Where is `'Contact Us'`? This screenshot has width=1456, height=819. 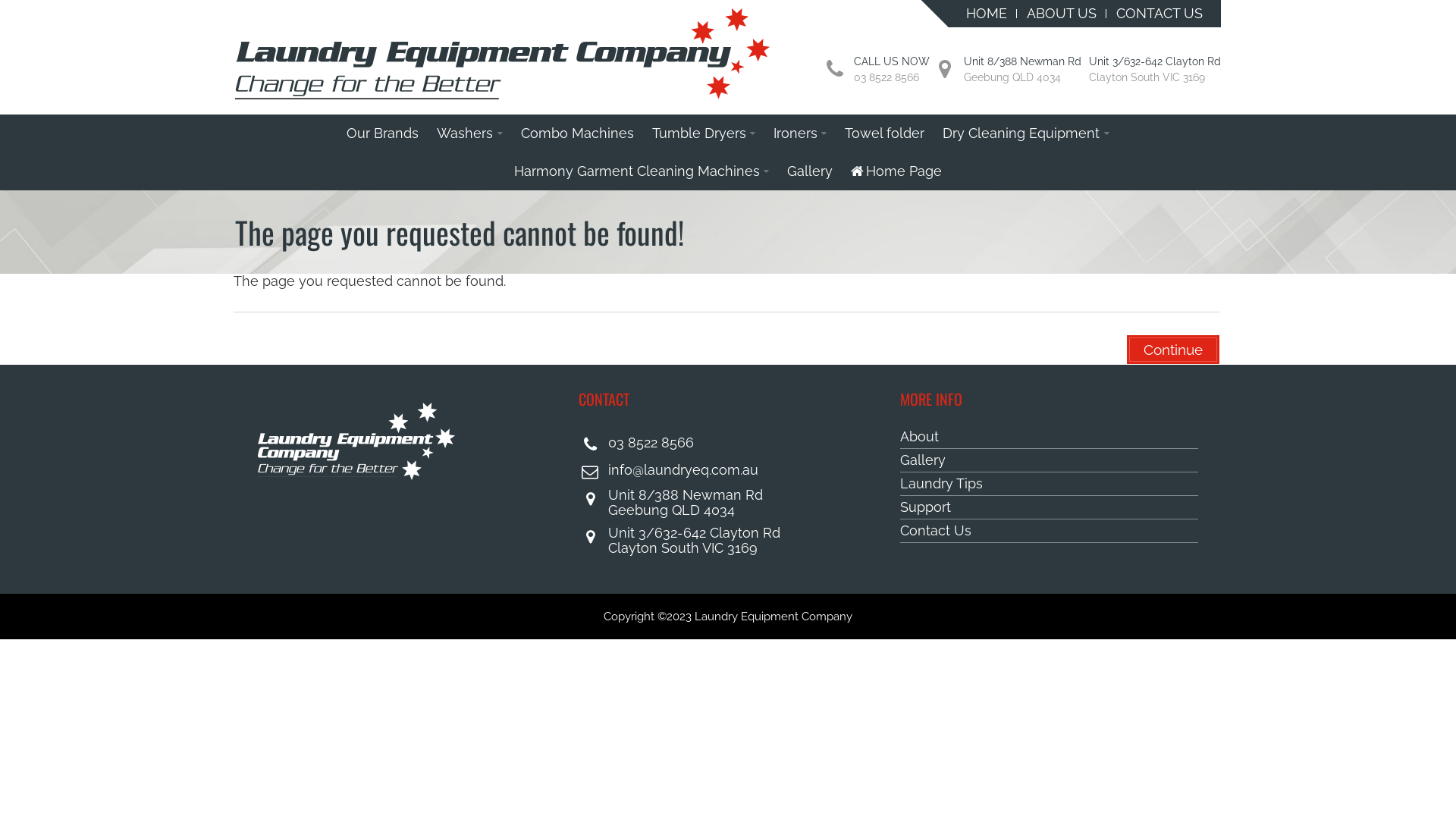
'Contact Us' is located at coordinates (899, 530).